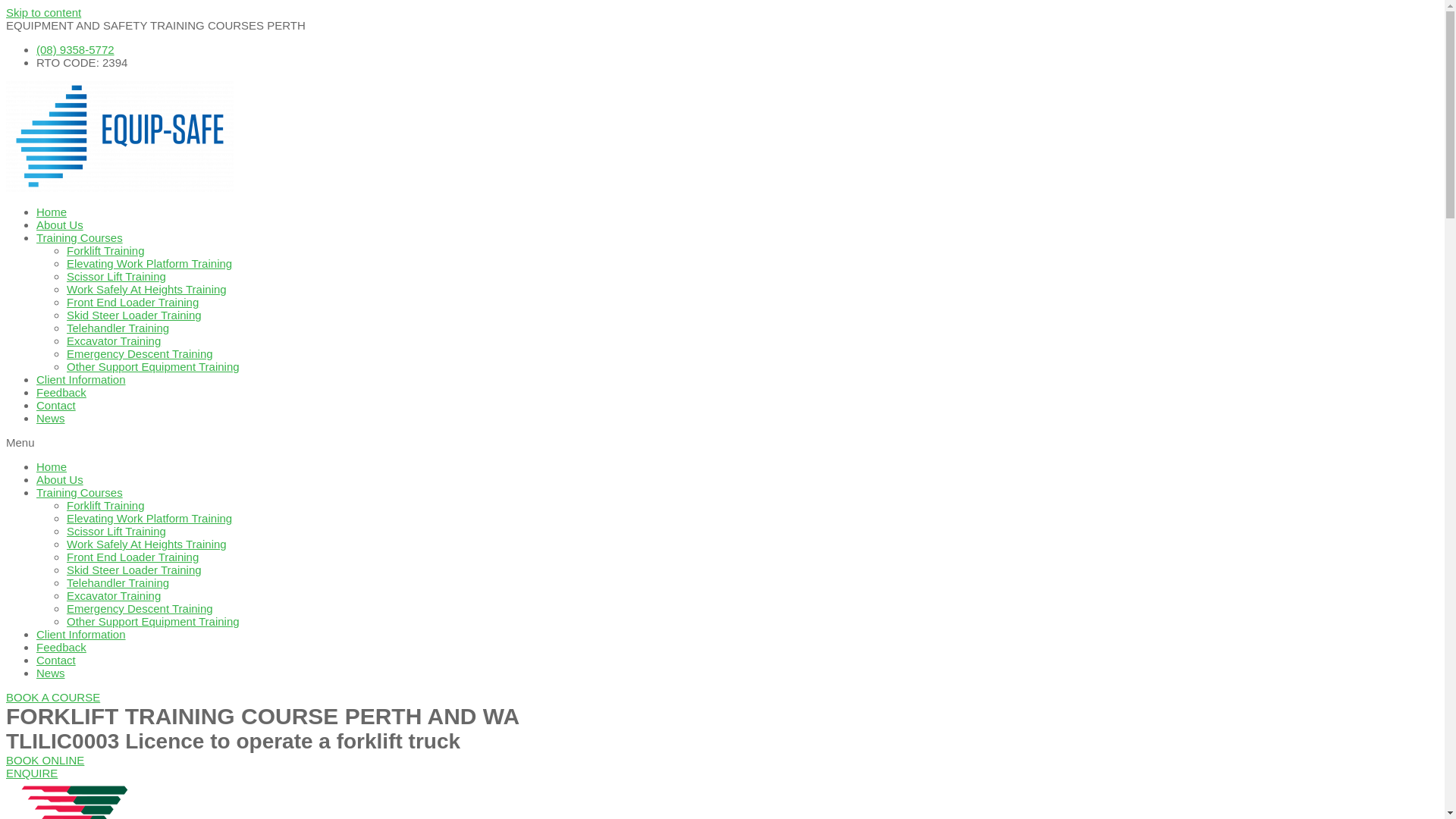 This screenshot has height=819, width=1456. I want to click on 'Feedback', so click(61, 391).